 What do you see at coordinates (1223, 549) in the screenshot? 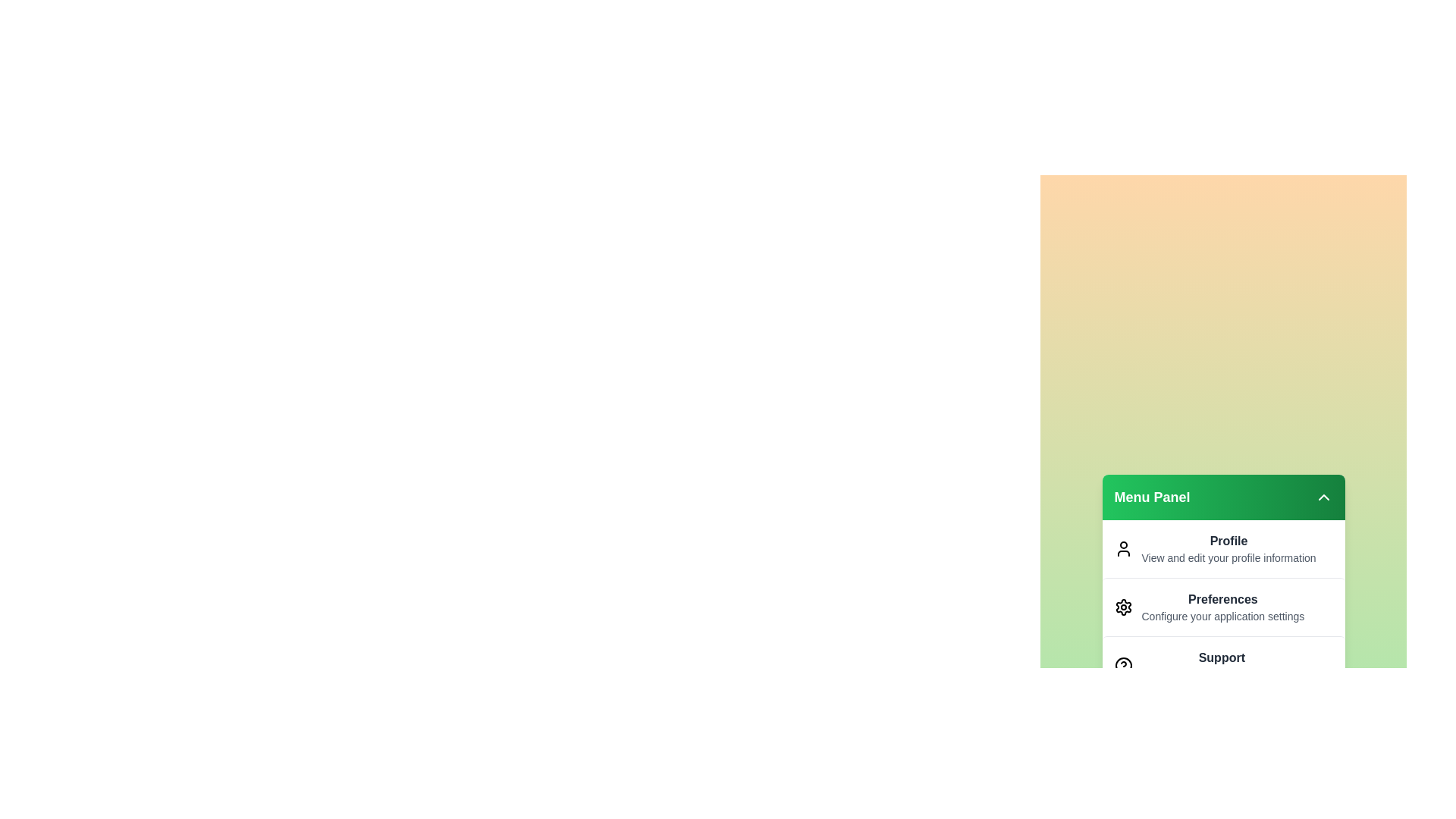
I see `the menu item Profile from the menu panel` at bounding box center [1223, 549].